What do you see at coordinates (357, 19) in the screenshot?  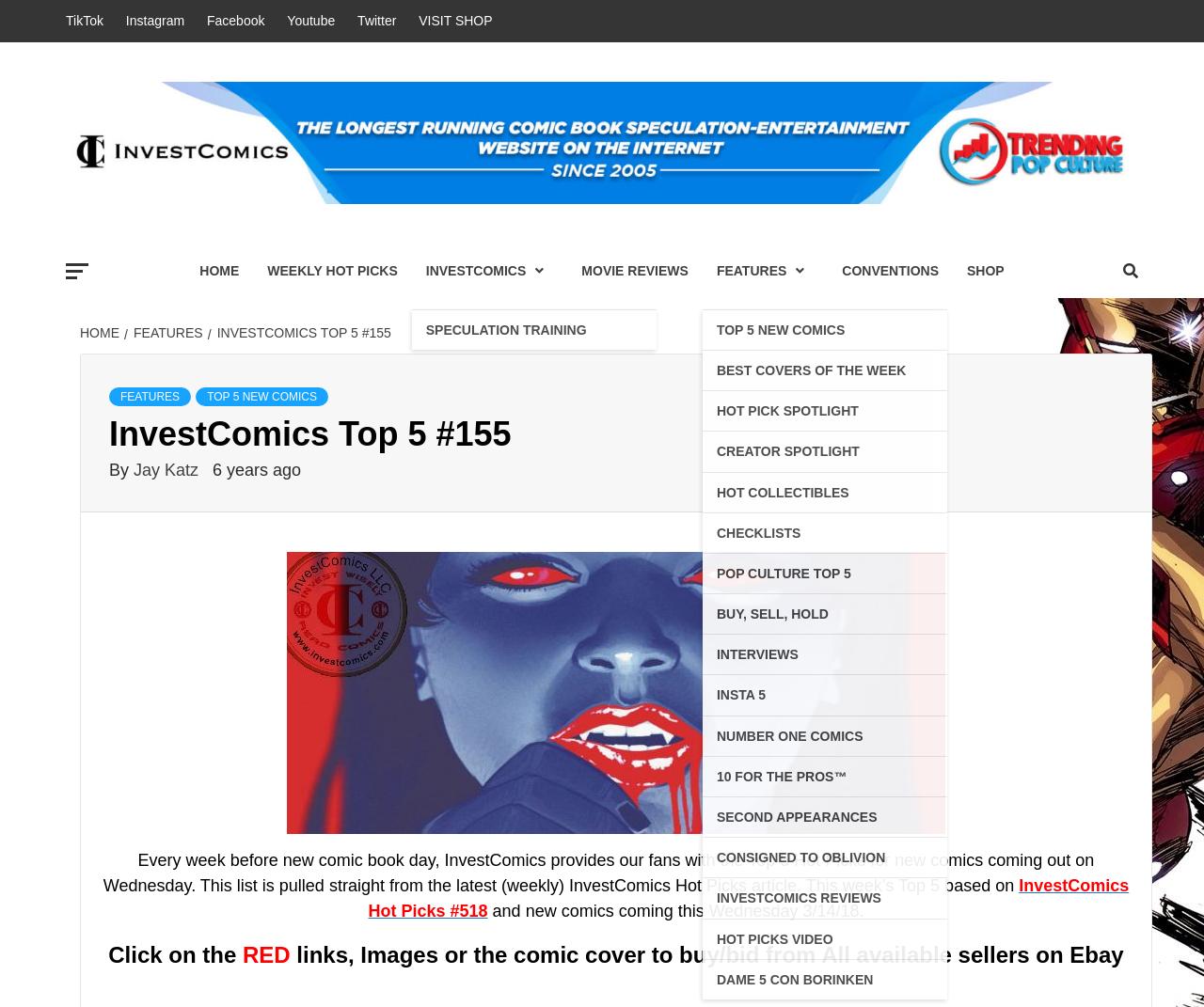 I see `'Twitter'` at bounding box center [357, 19].